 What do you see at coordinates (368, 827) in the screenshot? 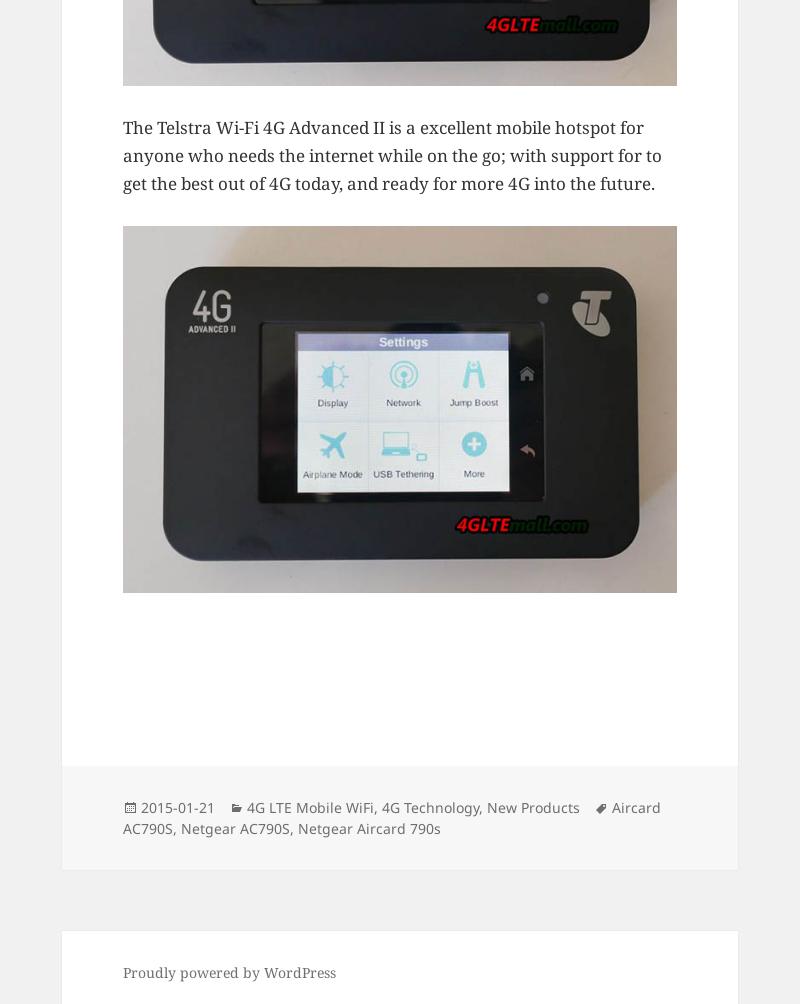
I see `'Netgear Aircard 790s'` at bounding box center [368, 827].